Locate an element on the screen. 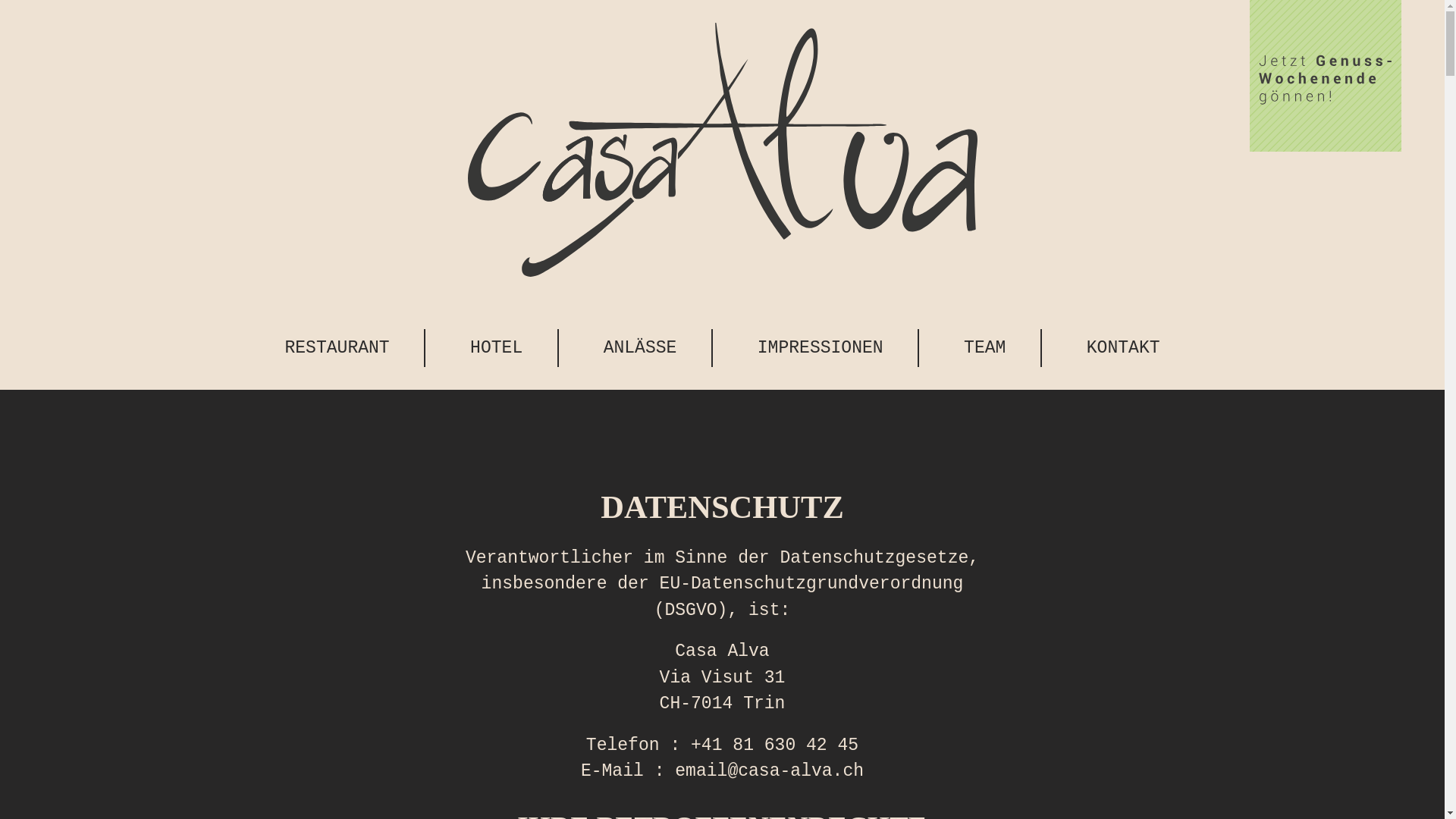 Image resolution: width=1456 pixels, height=819 pixels. 'KONTAKT' is located at coordinates (1123, 348).